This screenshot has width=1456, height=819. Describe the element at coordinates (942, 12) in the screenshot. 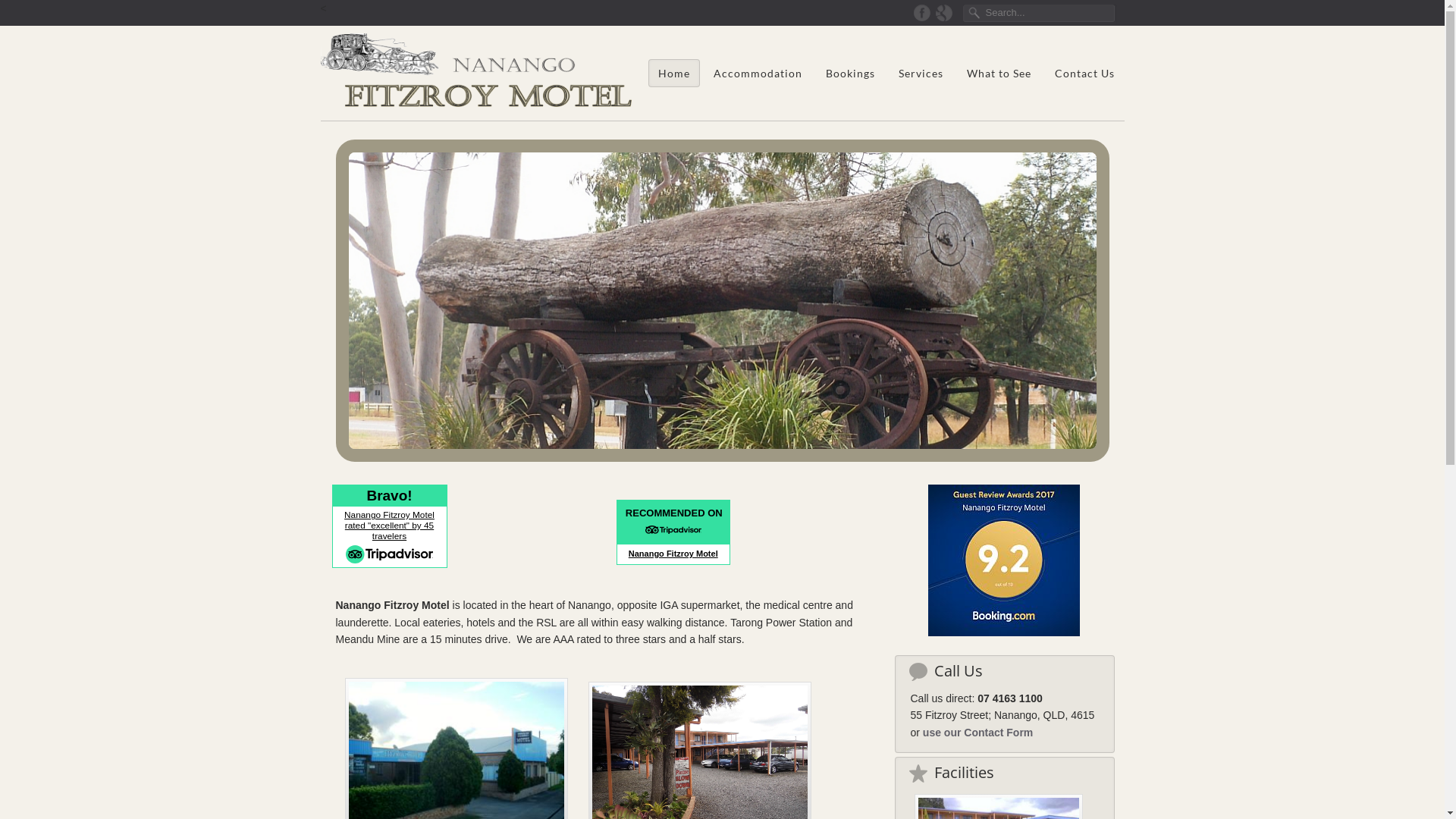

I see `'Google'` at that location.